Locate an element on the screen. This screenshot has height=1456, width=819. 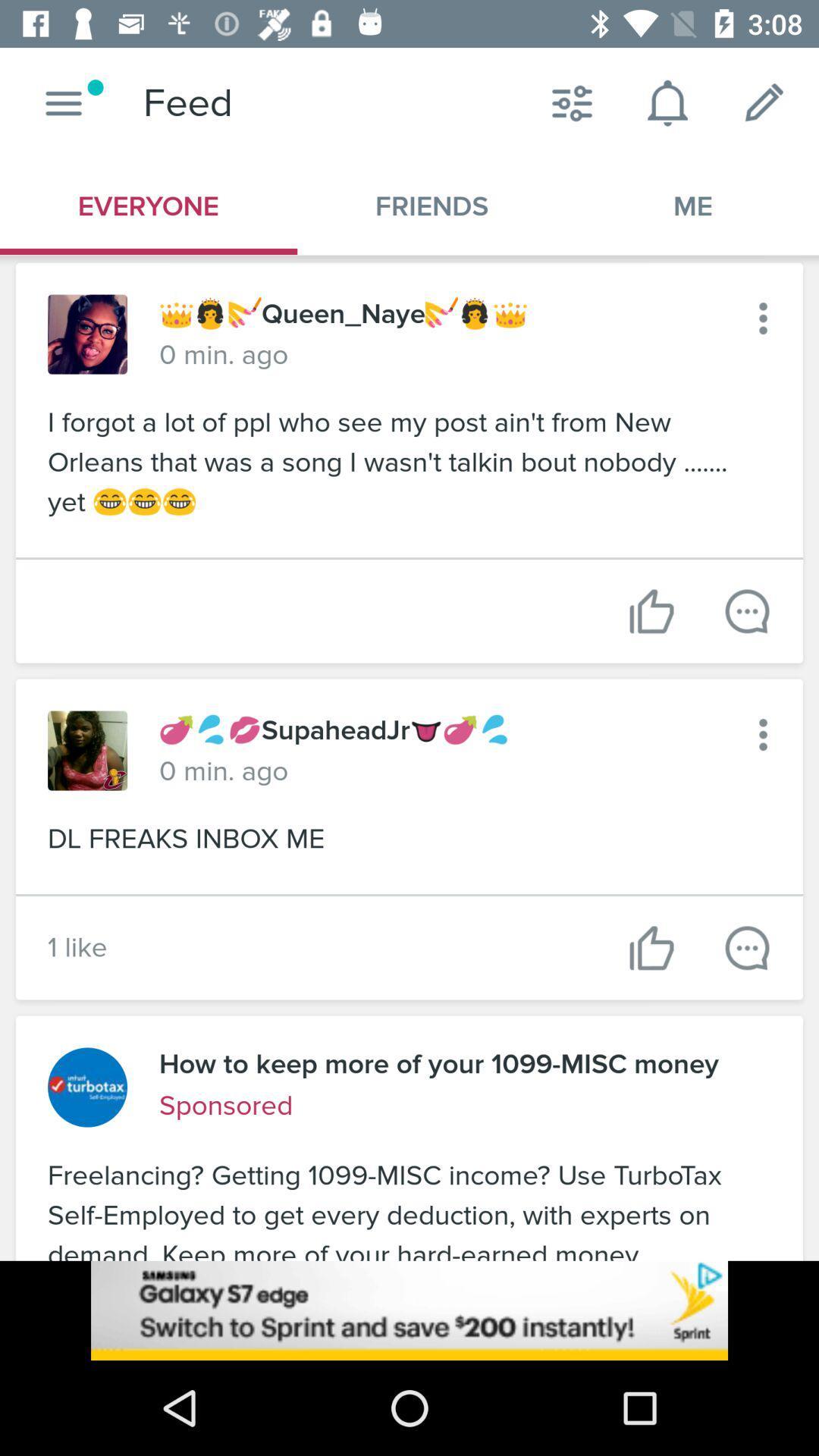
menu is located at coordinates (63, 102).